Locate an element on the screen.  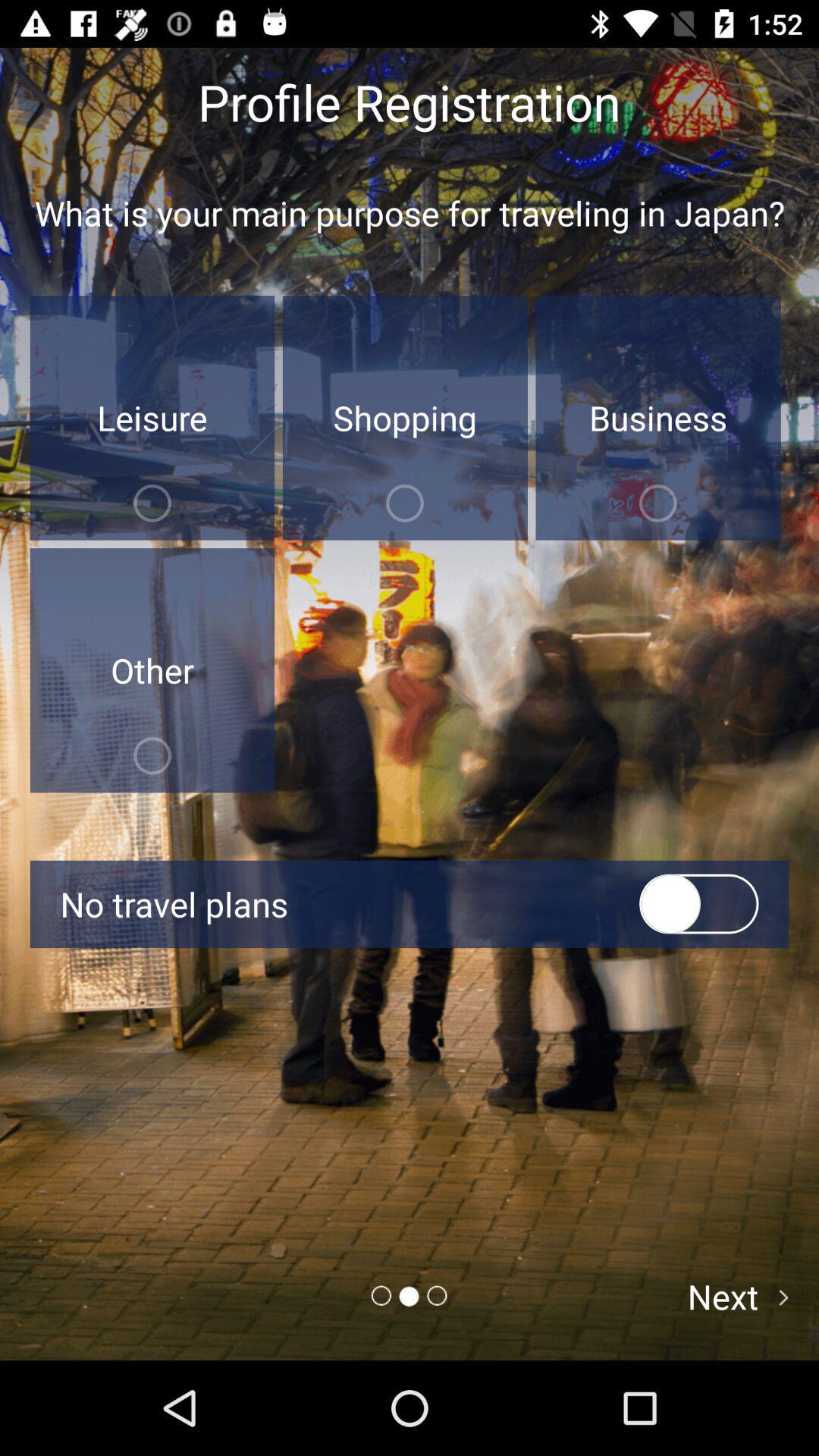
the toggle switch buttons before no travel plans on the page is located at coordinates (698, 904).